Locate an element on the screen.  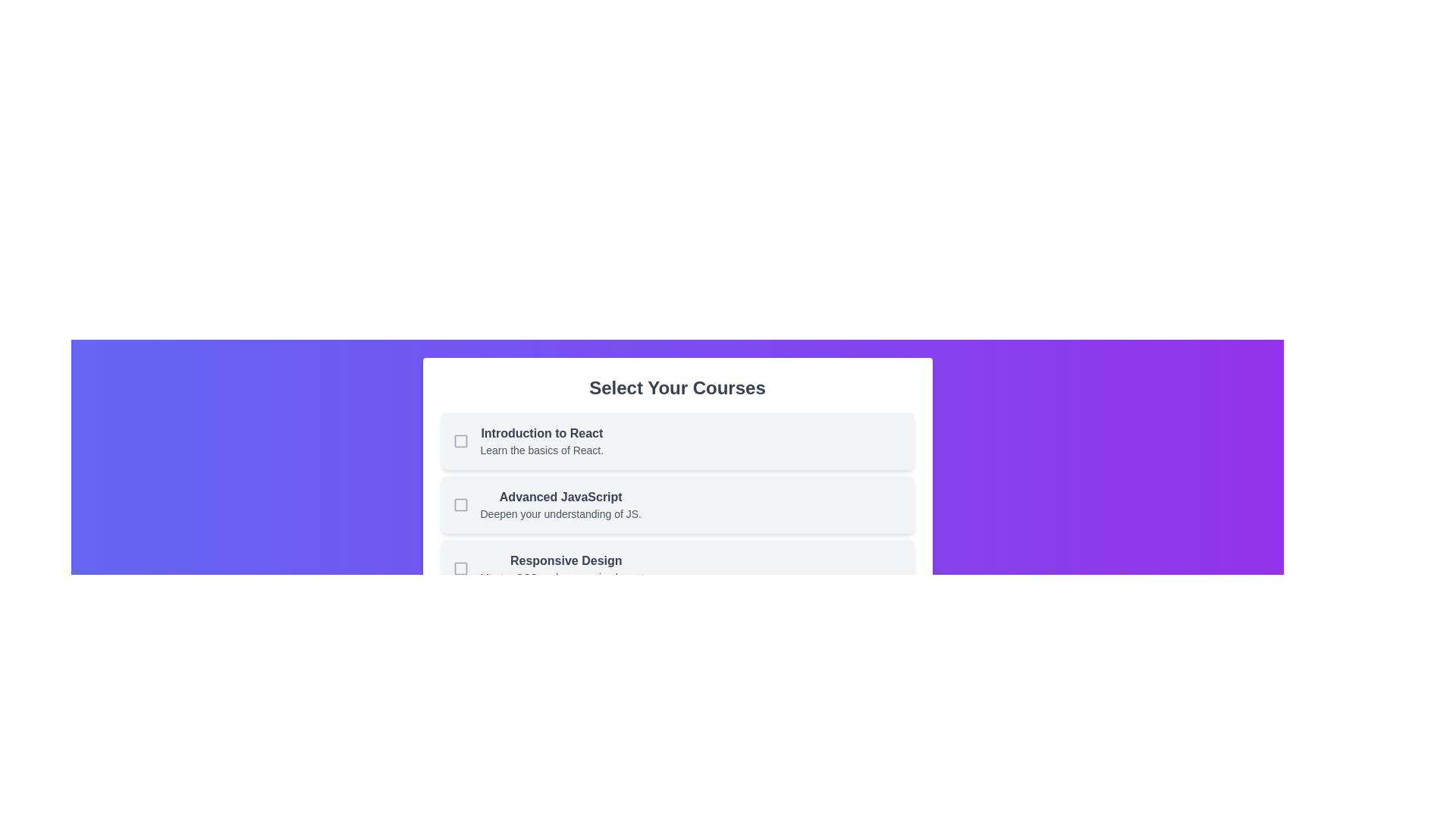
the checkbox corresponding to the course titled 'Introduction to React' is located at coordinates (460, 441).